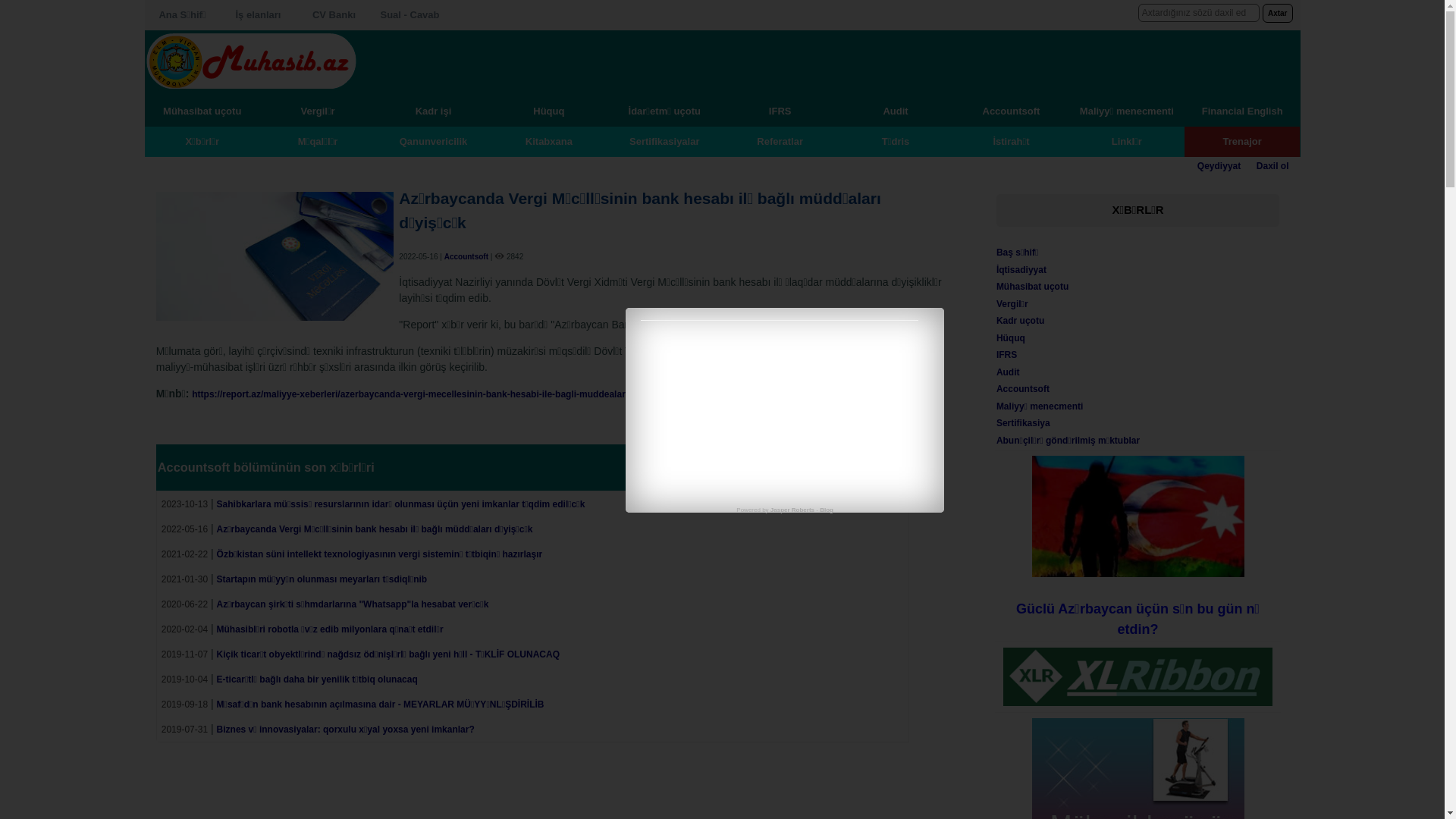 The height and width of the screenshot is (819, 1456). I want to click on 'Accountsoft', so click(443, 256).